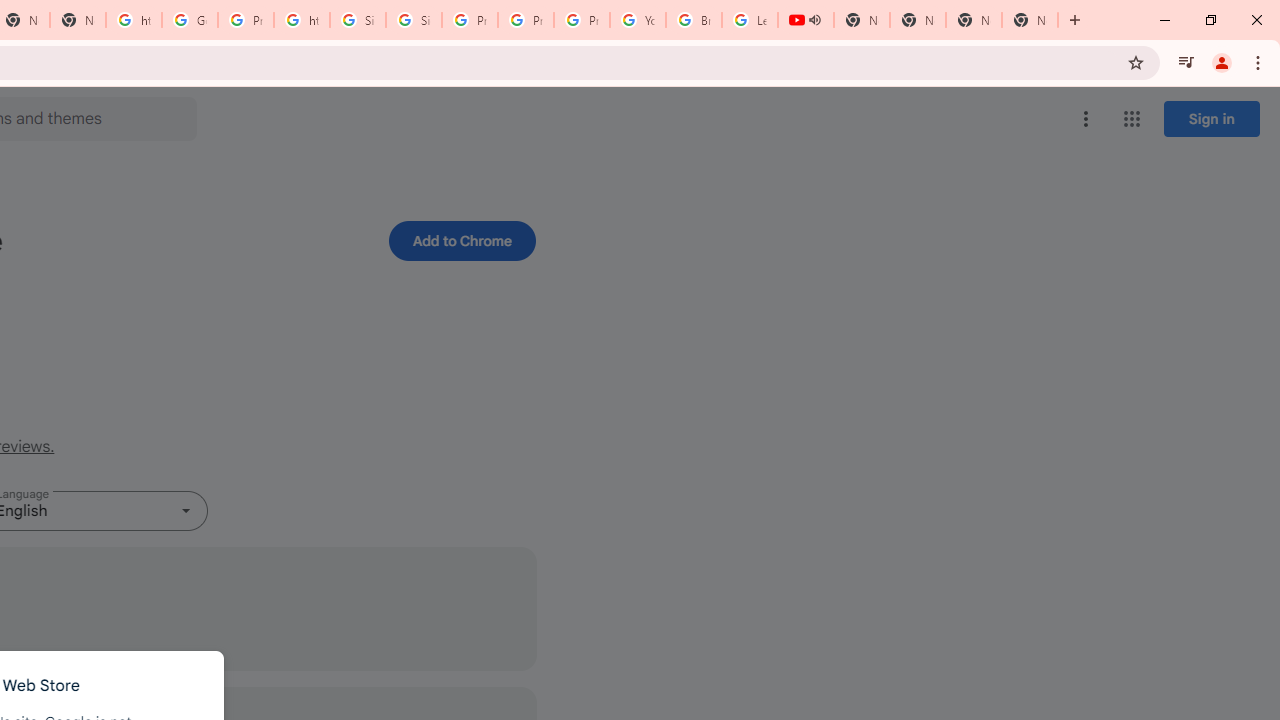 This screenshot has height=720, width=1280. I want to click on 'Sign in - Google Accounts', so click(358, 20).